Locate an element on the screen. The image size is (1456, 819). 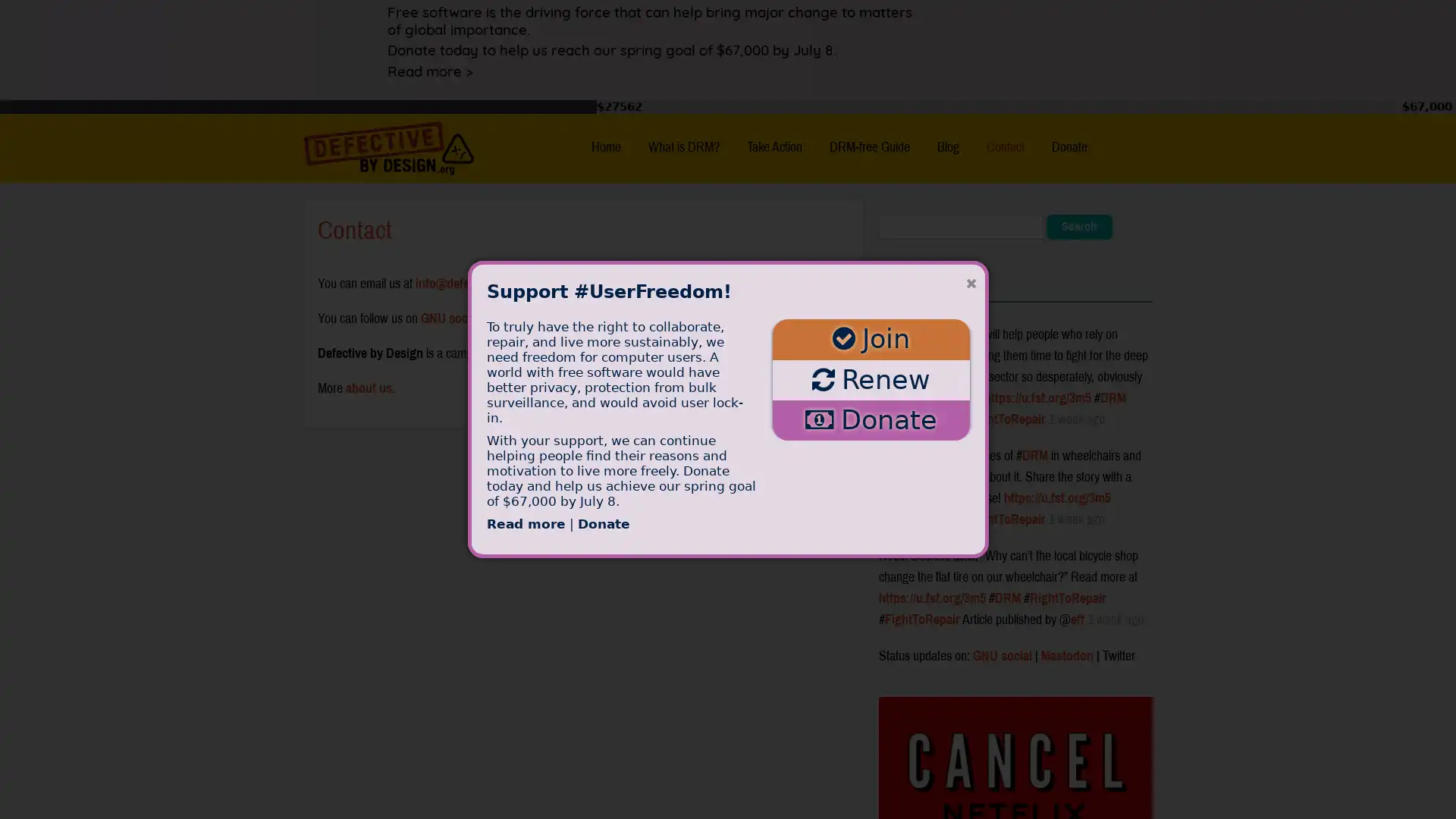
Search is located at coordinates (1078, 227).